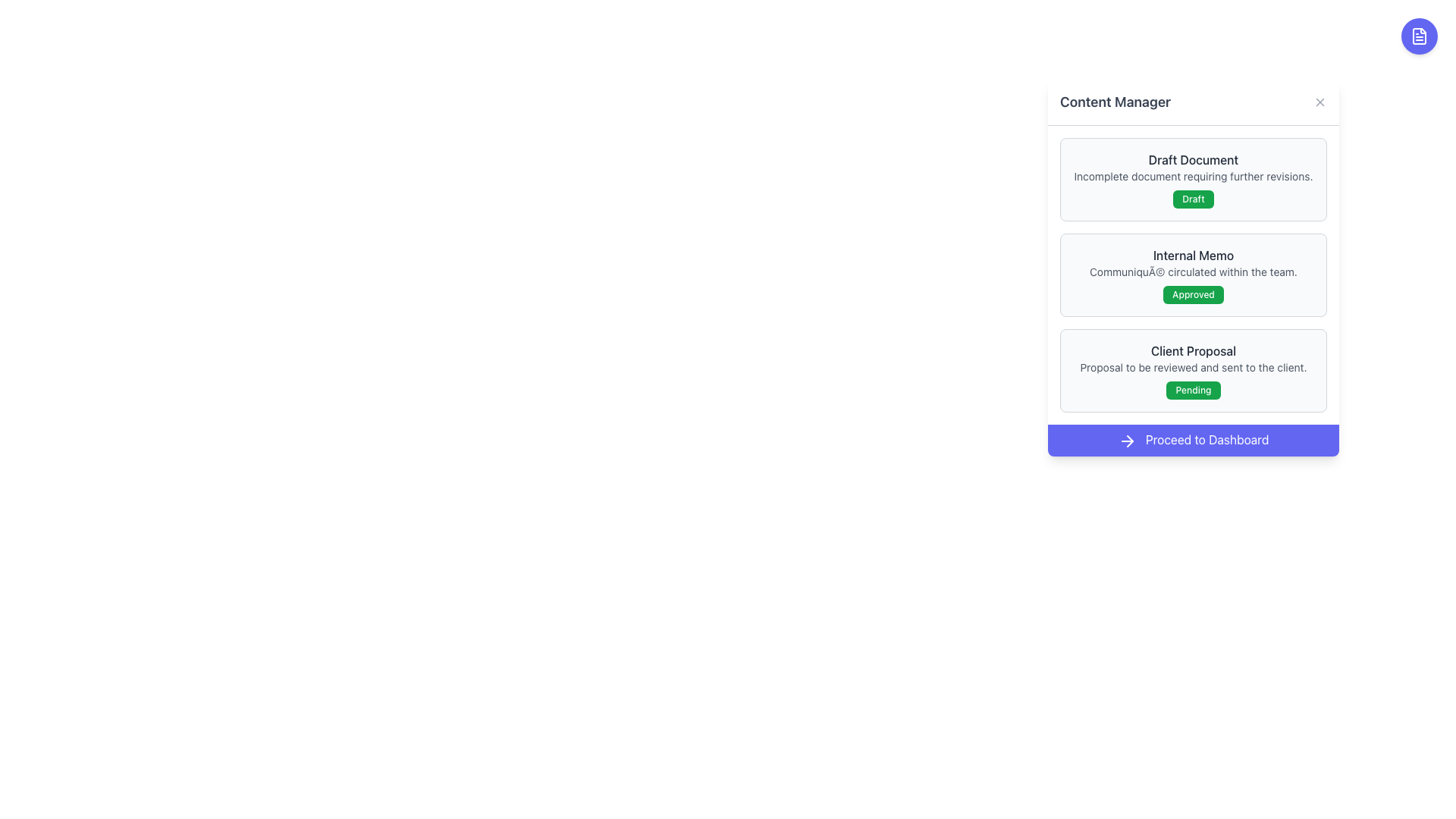 This screenshot has height=819, width=1456. I want to click on the navigation button at the bottom of the 'Content Manager' modal to trigger visual feedback, so click(1193, 439).